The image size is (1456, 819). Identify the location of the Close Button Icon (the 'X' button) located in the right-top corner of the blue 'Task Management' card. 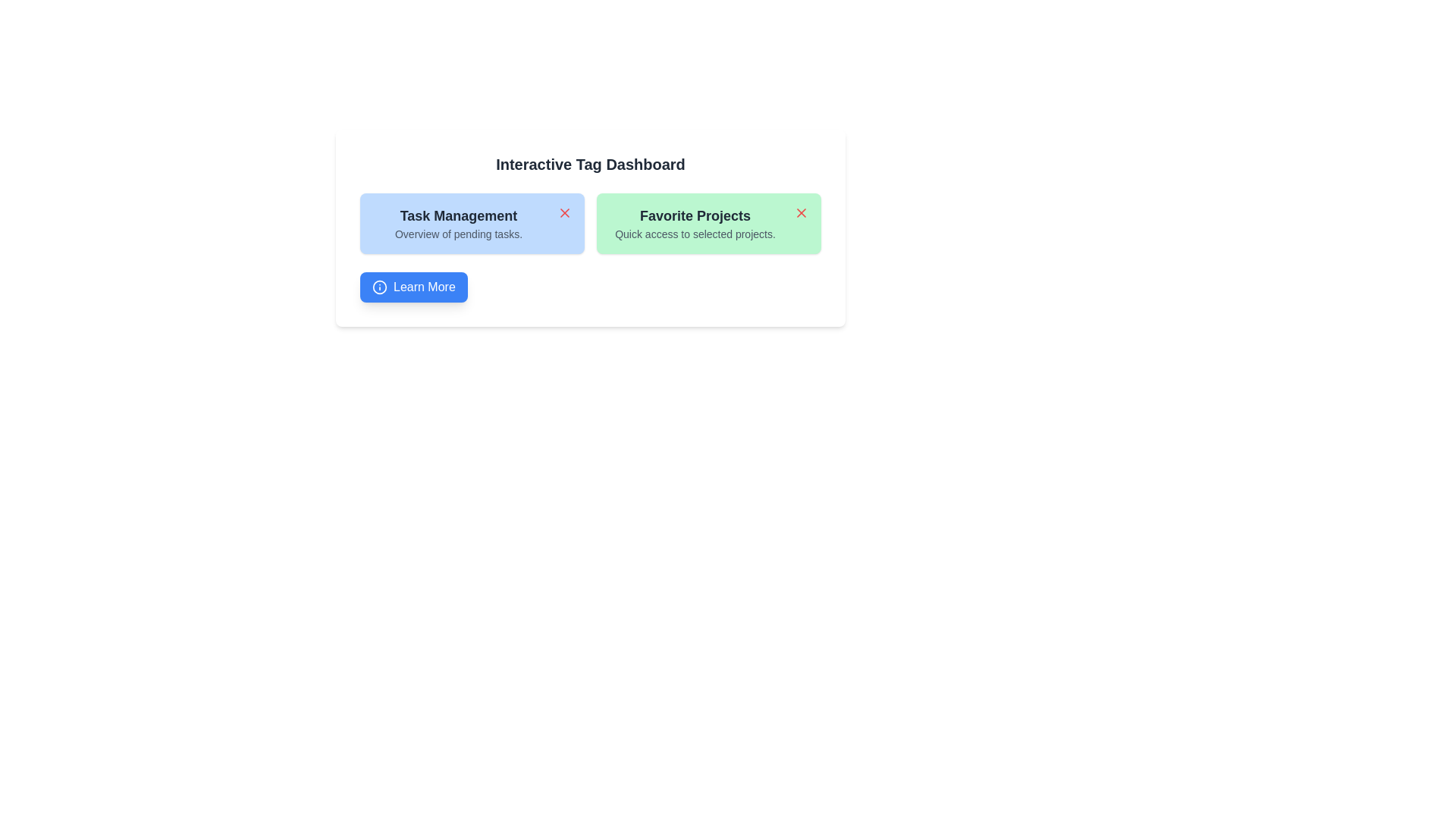
(563, 213).